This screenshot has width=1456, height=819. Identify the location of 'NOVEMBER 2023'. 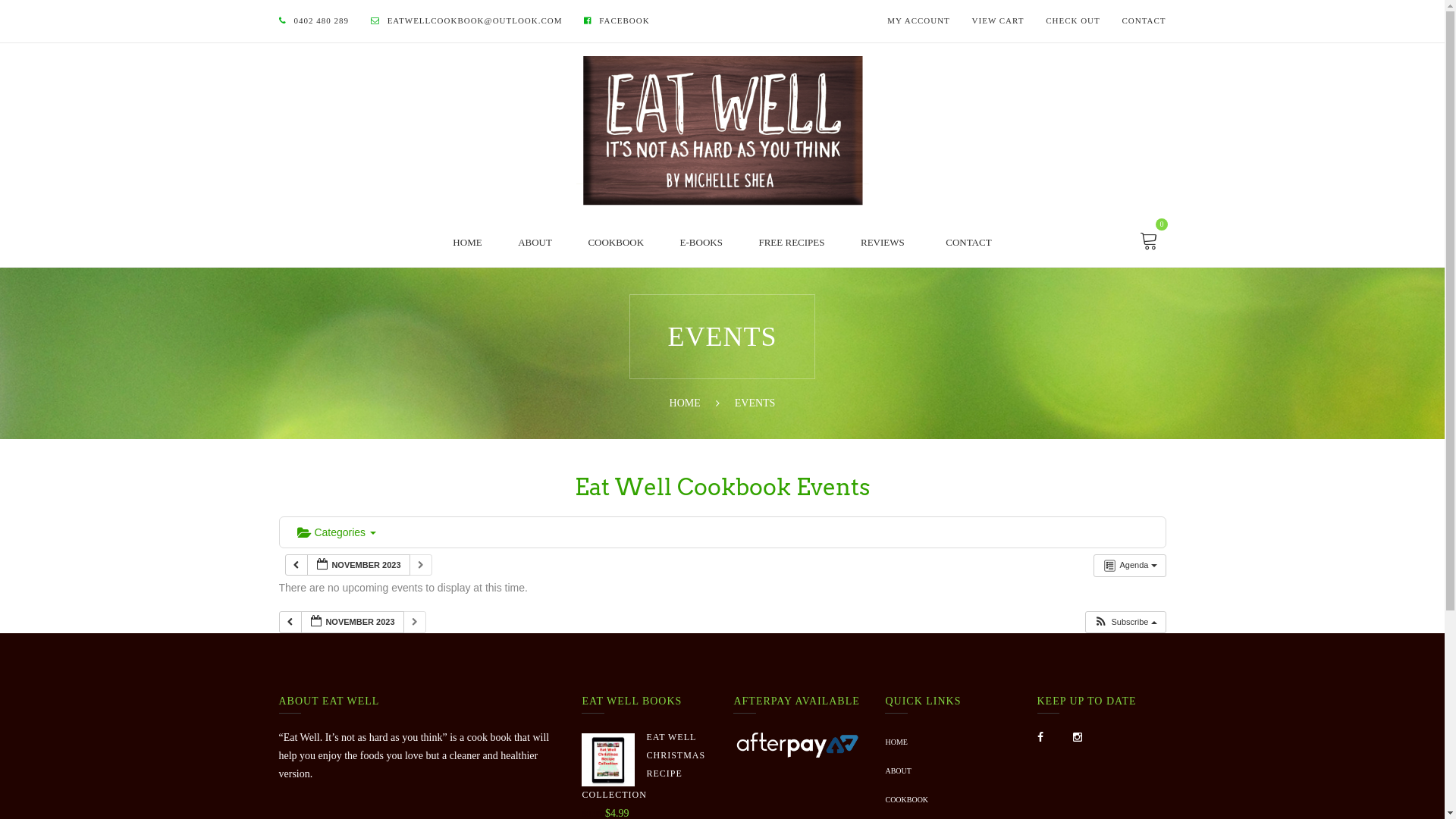
(351, 622).